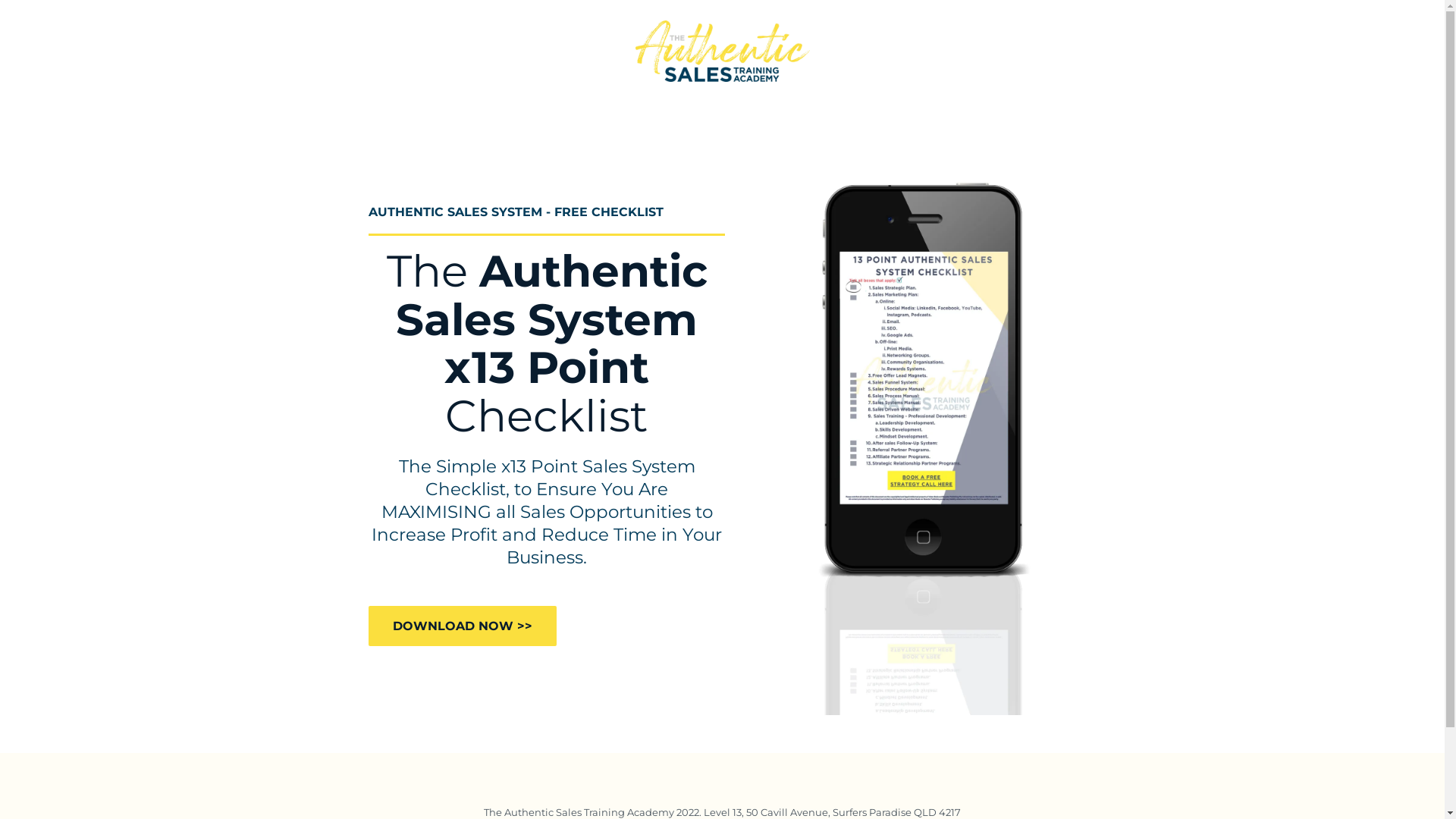 This screenshot has width=1456, height=819. Describe the element at coordinates (461, 626) in the screenshot. I see `'DOWNLOAD NOW >>'` at that location.